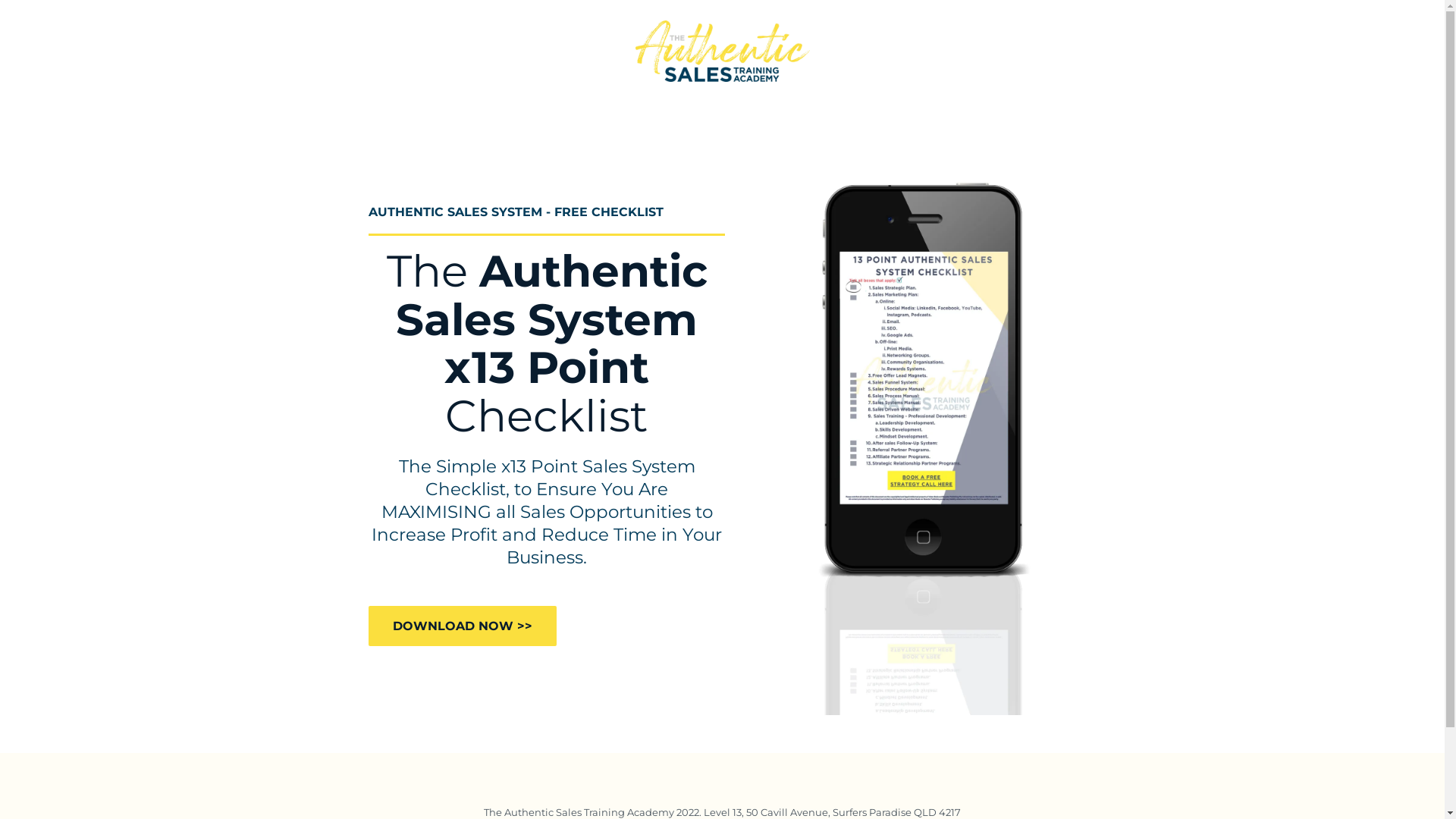 This screenshot has width=1456, height=819. Describe the element at coordinates (461, 626) in the screenshot. I see `'DOWNLOAD NOW >>'` at that location.